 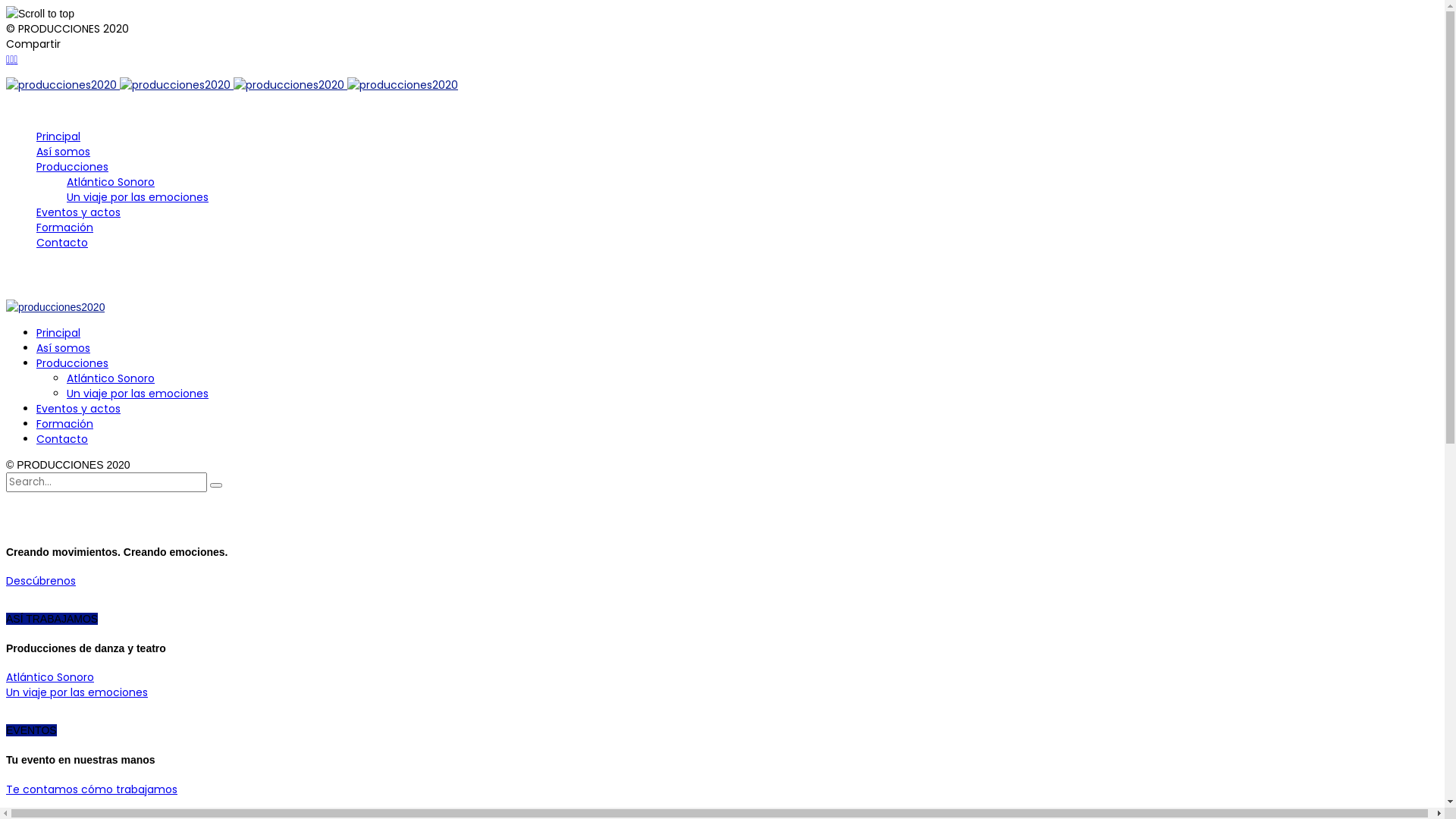 I want to click on 'Eventos y actos', so click(x=77, y=408).